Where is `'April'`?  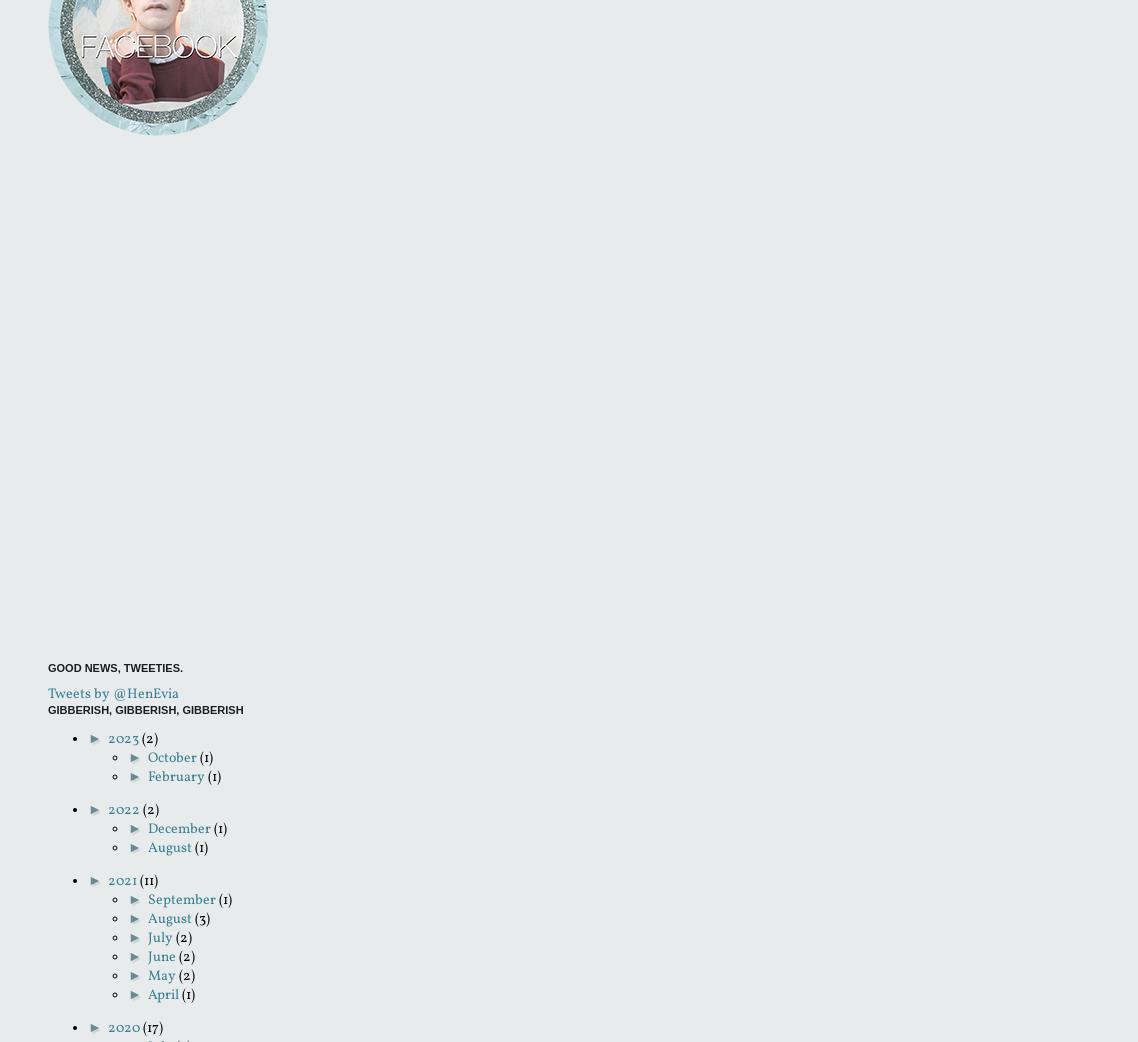 'April' is located at coordinates (147, 995).